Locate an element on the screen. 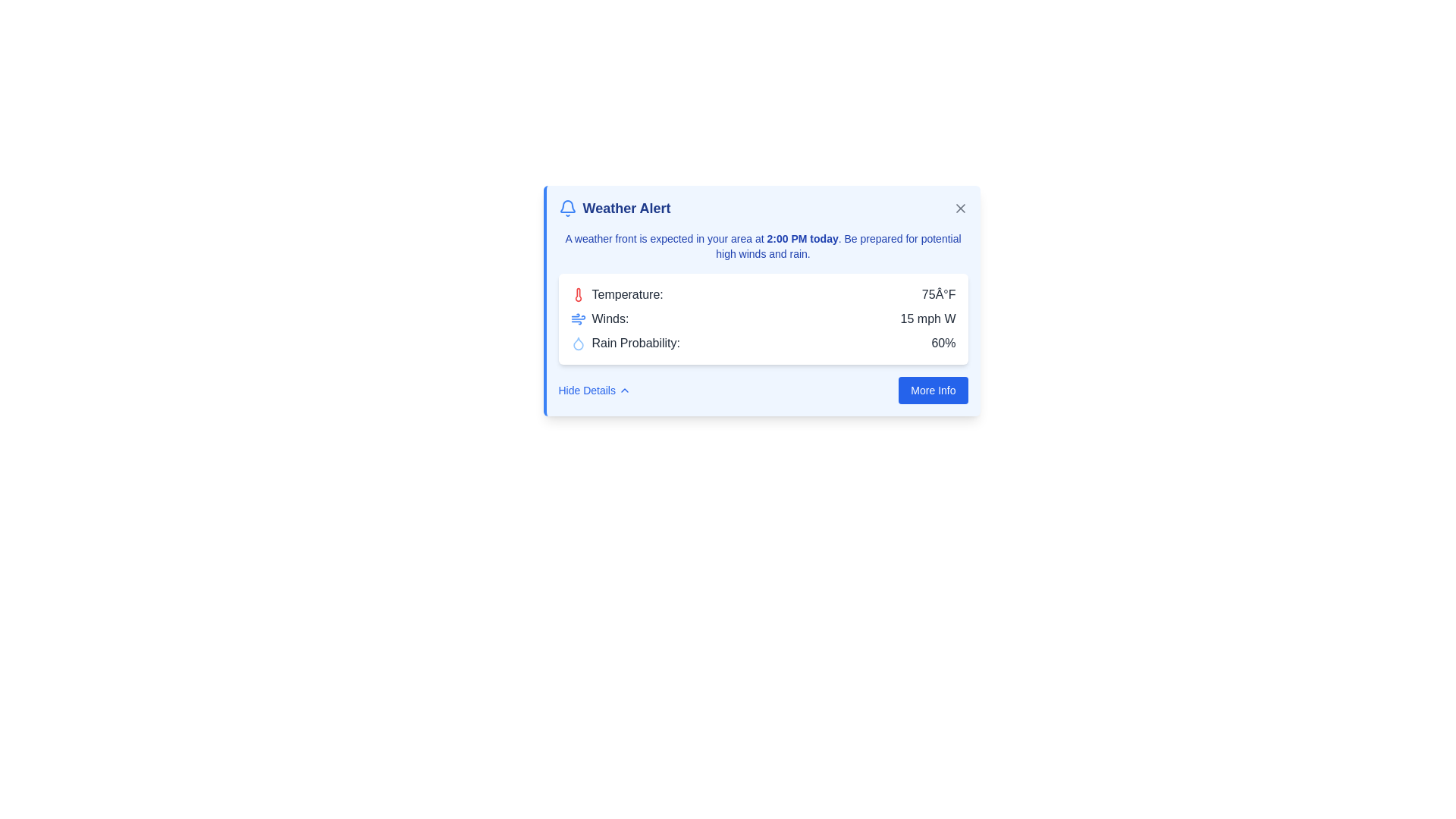 Image resolution: width=1456 pixels, height=819 pixels. the 'X' shape icon located at the top-right corner of the weather alert card is located at coordinates (959, 208).